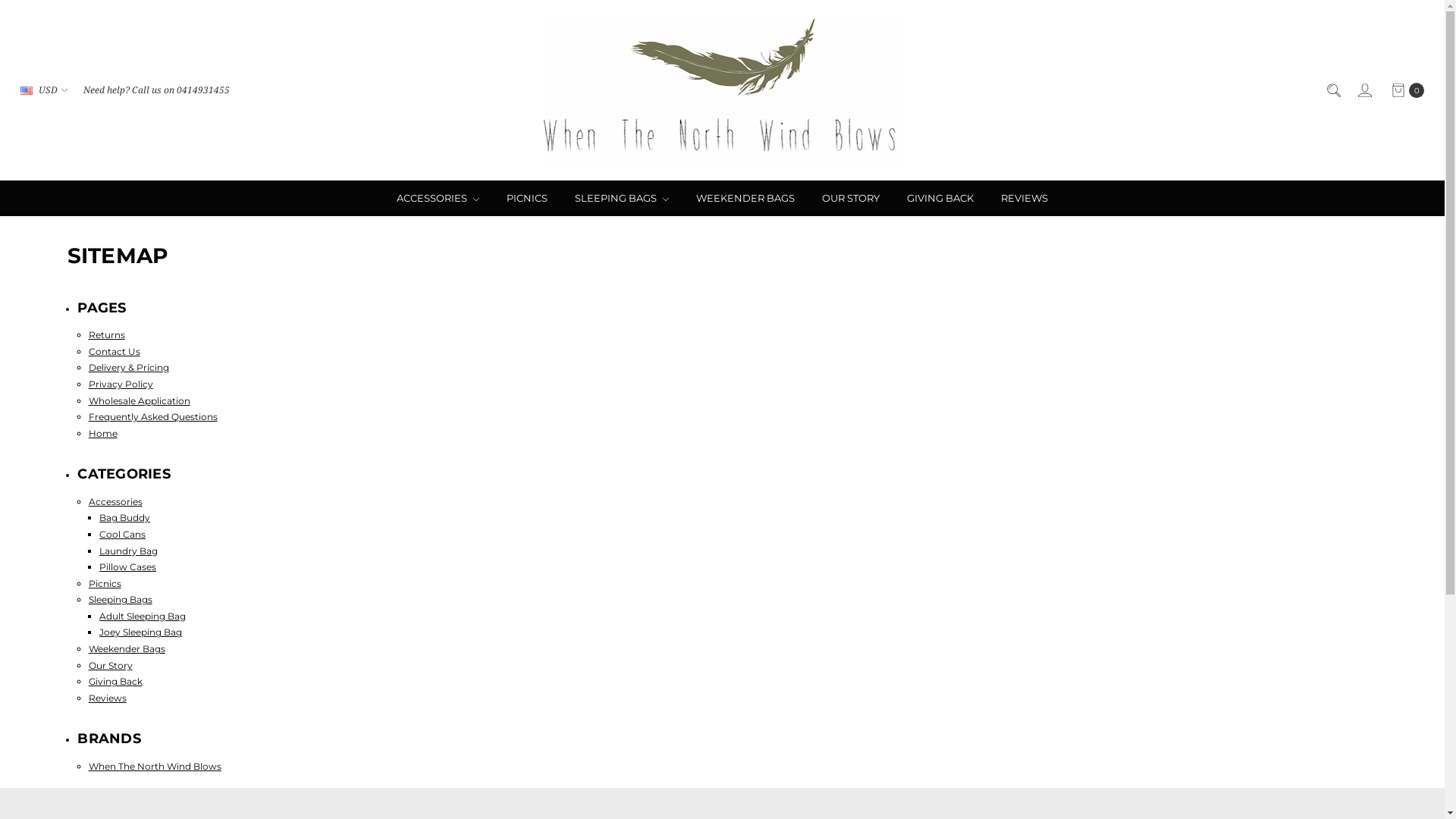 Image resolution: width=1456 pixels, height=819 pixels. I want to click on 'Wholesale Application', so click(139, 400).